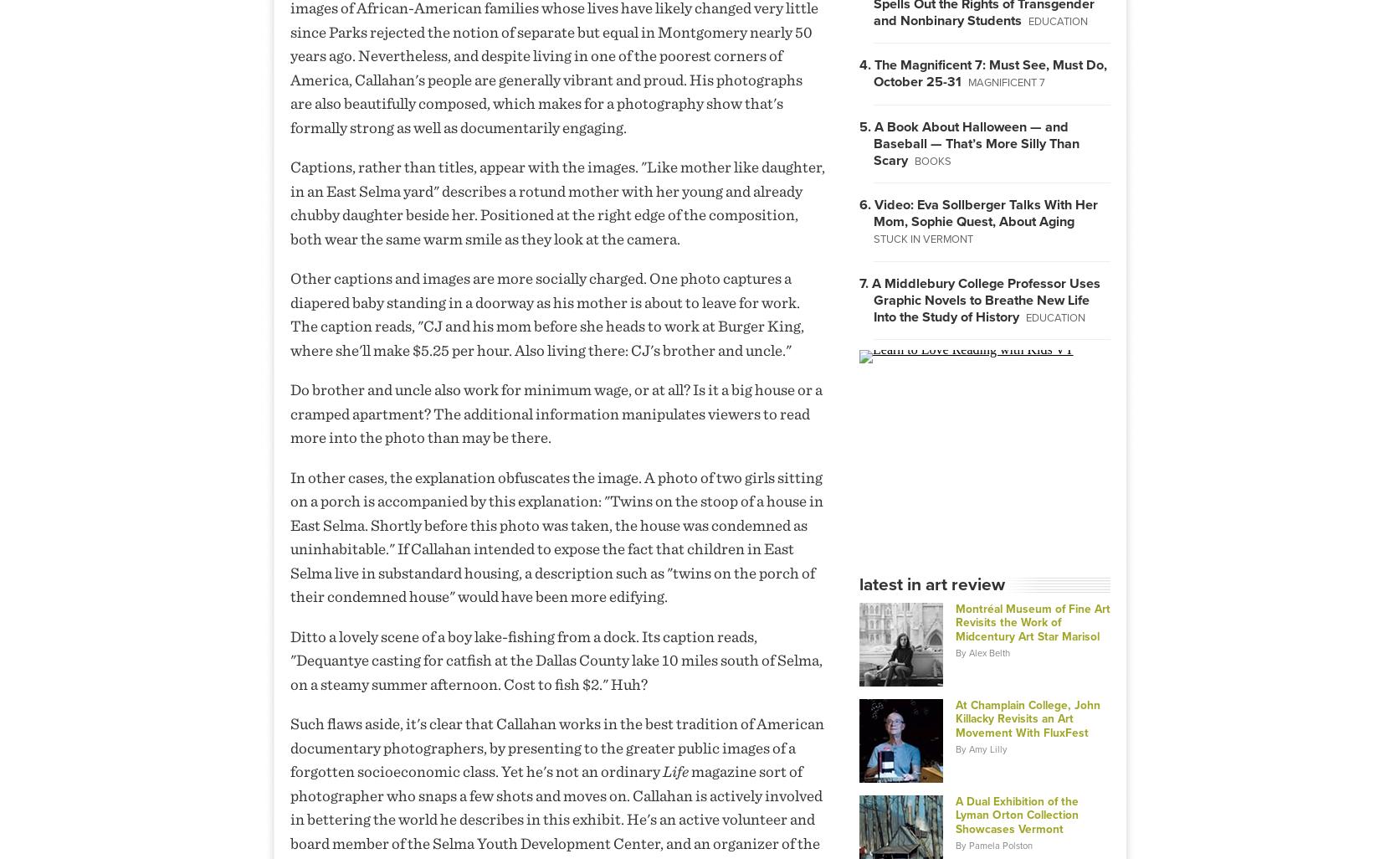  Describe the element at coordinates (953, 622) in the screenshot. I see `'Montréal Museum of Fine Art Revisits the Work of Midcentury Art Star Marisol'` at that location.